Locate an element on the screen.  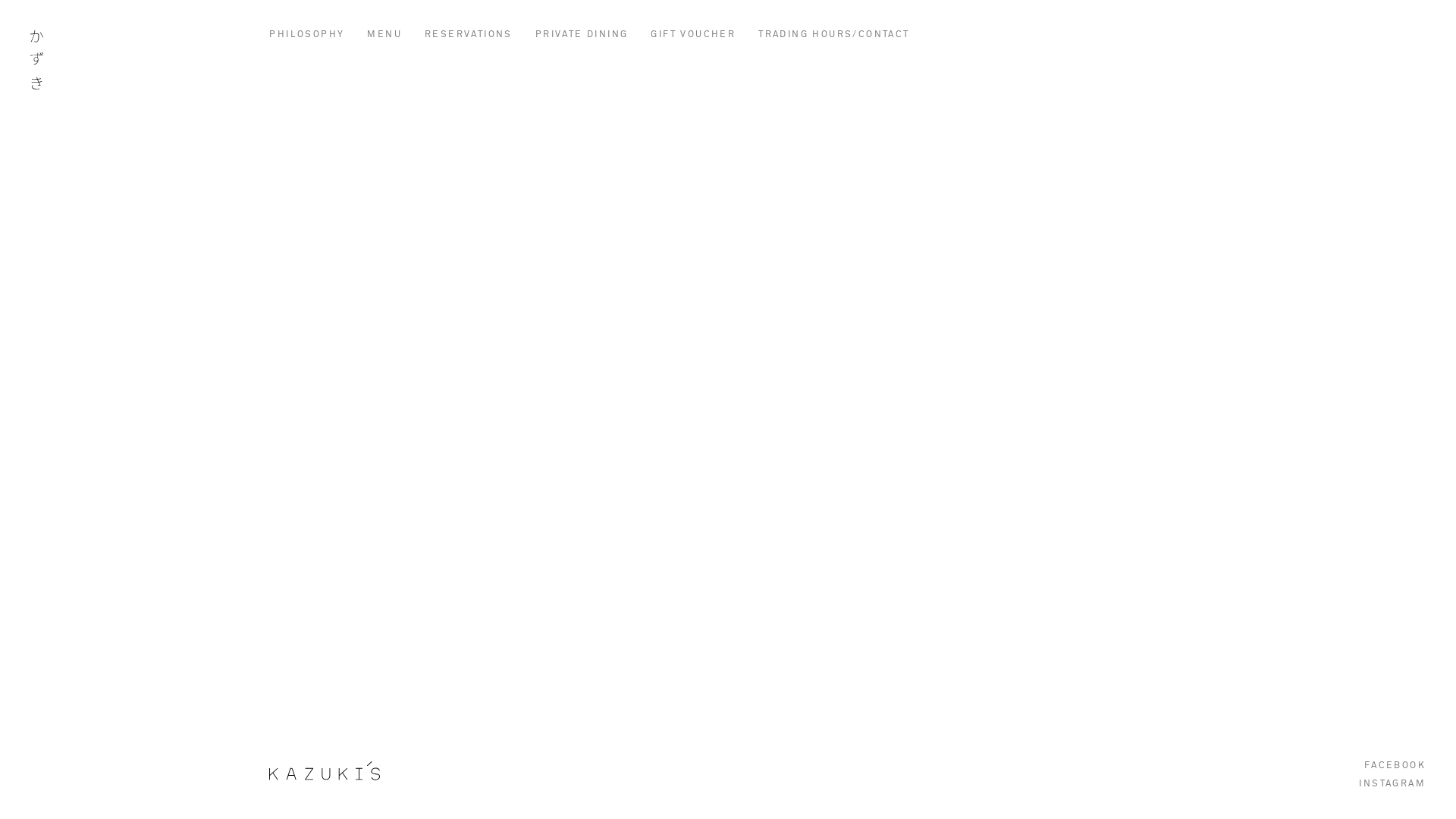
'INSTAGRAM' is located at coordinates (1358, 783).